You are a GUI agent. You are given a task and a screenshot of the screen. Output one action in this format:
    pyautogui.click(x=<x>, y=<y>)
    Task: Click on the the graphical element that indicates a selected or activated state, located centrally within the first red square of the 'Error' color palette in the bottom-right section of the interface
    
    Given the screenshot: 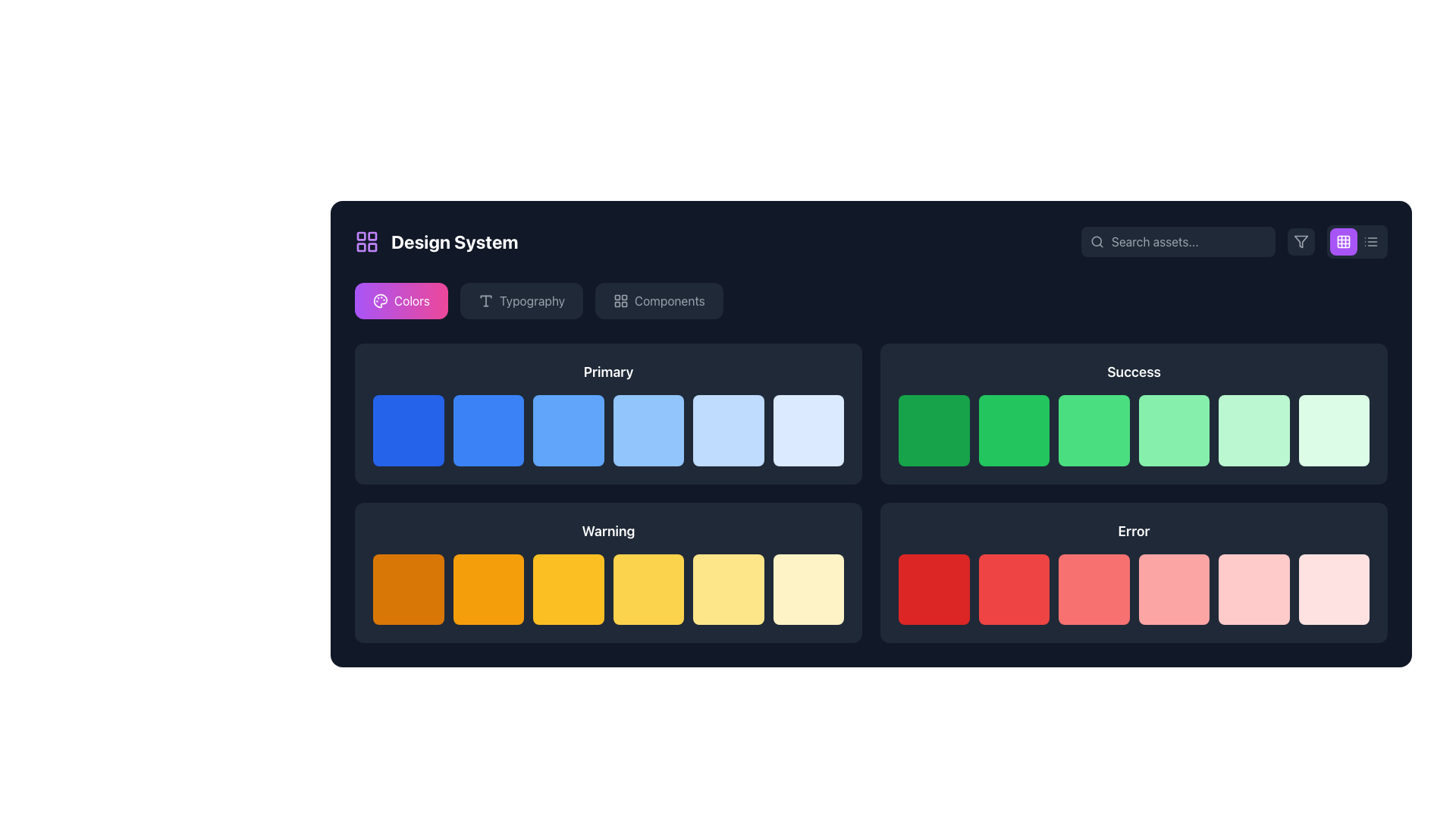 What is the action you would take?
    pyautogui.click(x=935, y=590)
    